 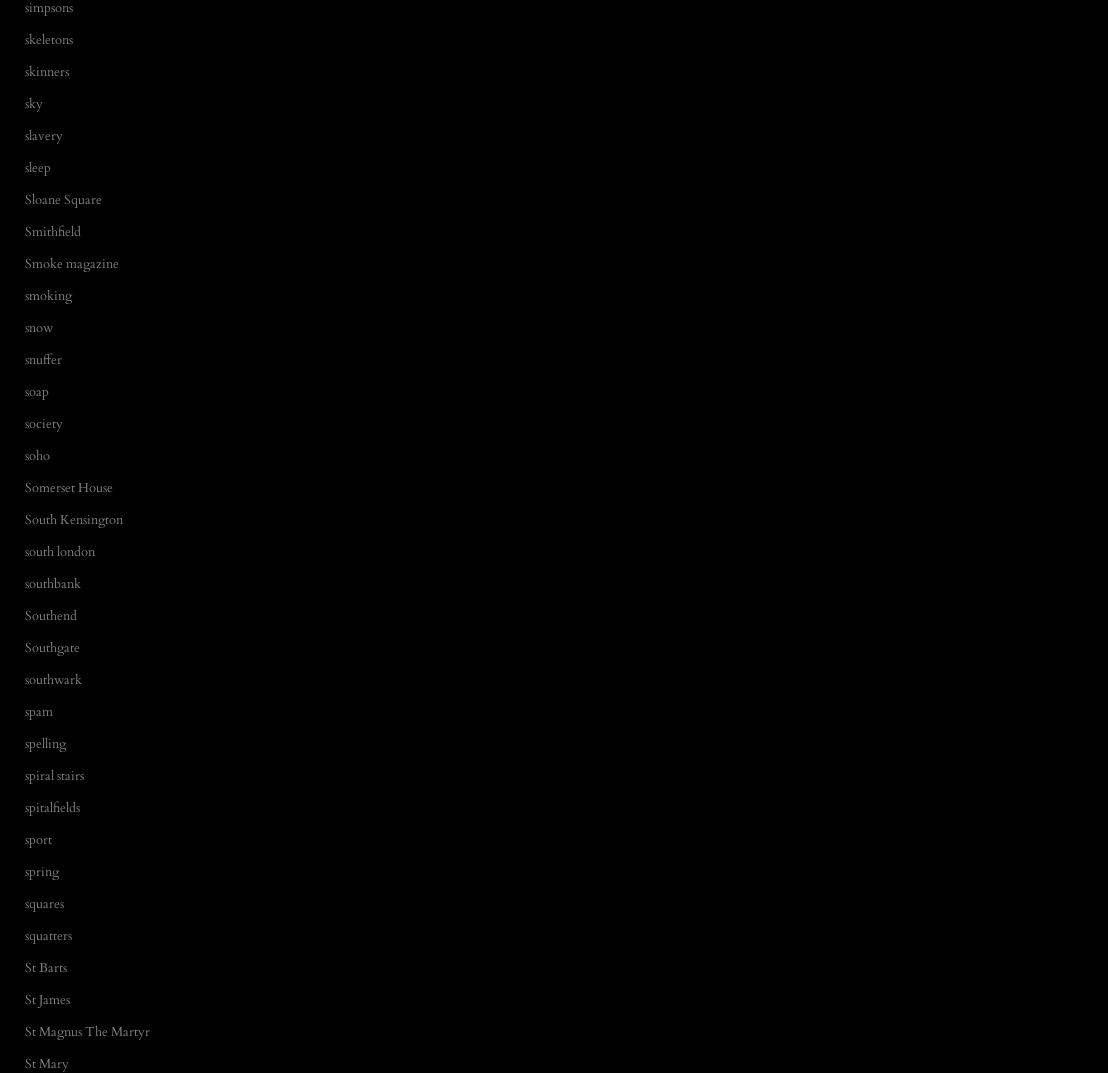 I want to click on 'spitalfields', so click(x=25, y=807).